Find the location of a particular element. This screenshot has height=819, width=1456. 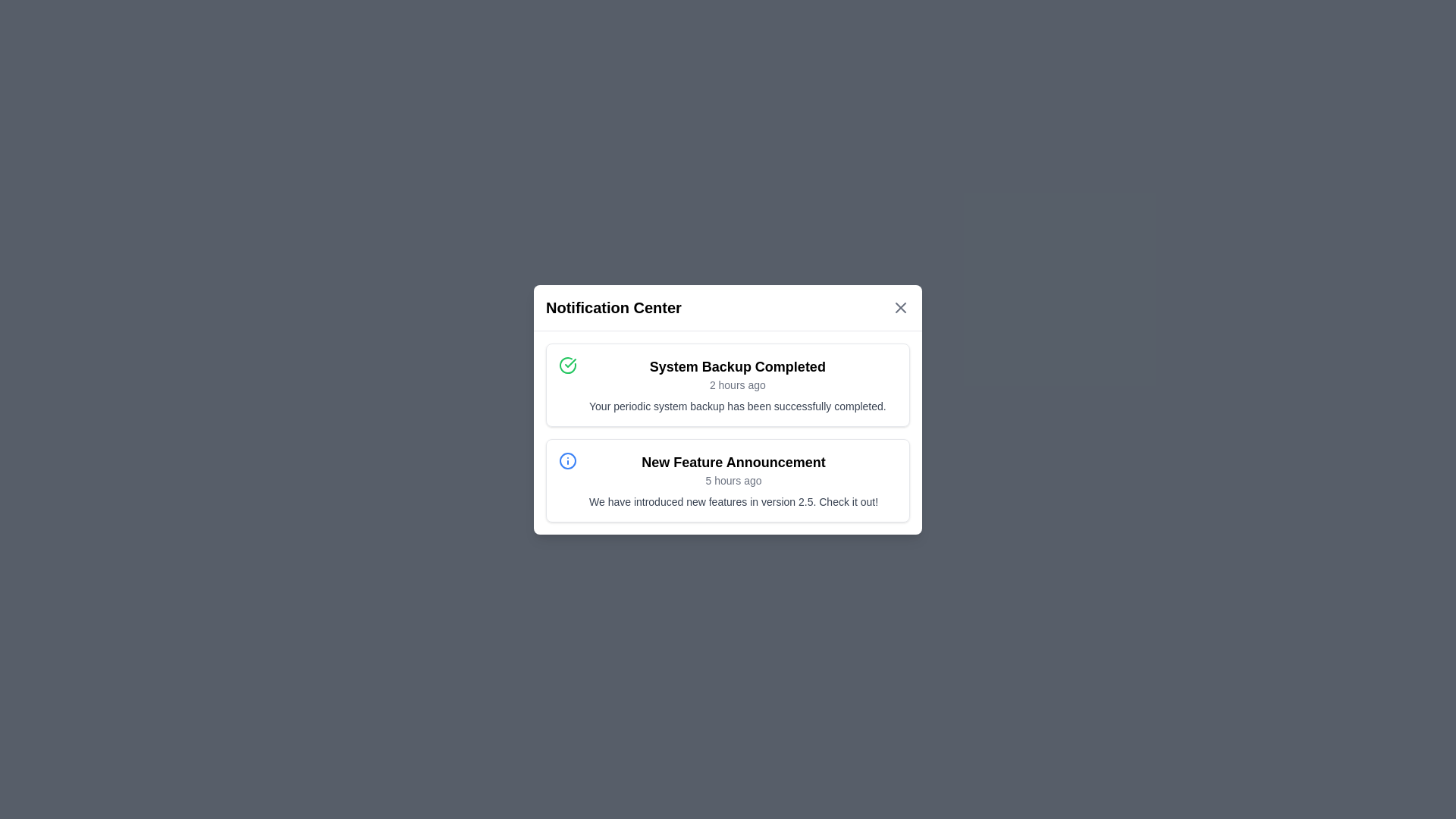

text content of the title in the notification card titled 'System Backup Completed', which indicates the successful completion of a system backup is located at coordinates (737, 366).